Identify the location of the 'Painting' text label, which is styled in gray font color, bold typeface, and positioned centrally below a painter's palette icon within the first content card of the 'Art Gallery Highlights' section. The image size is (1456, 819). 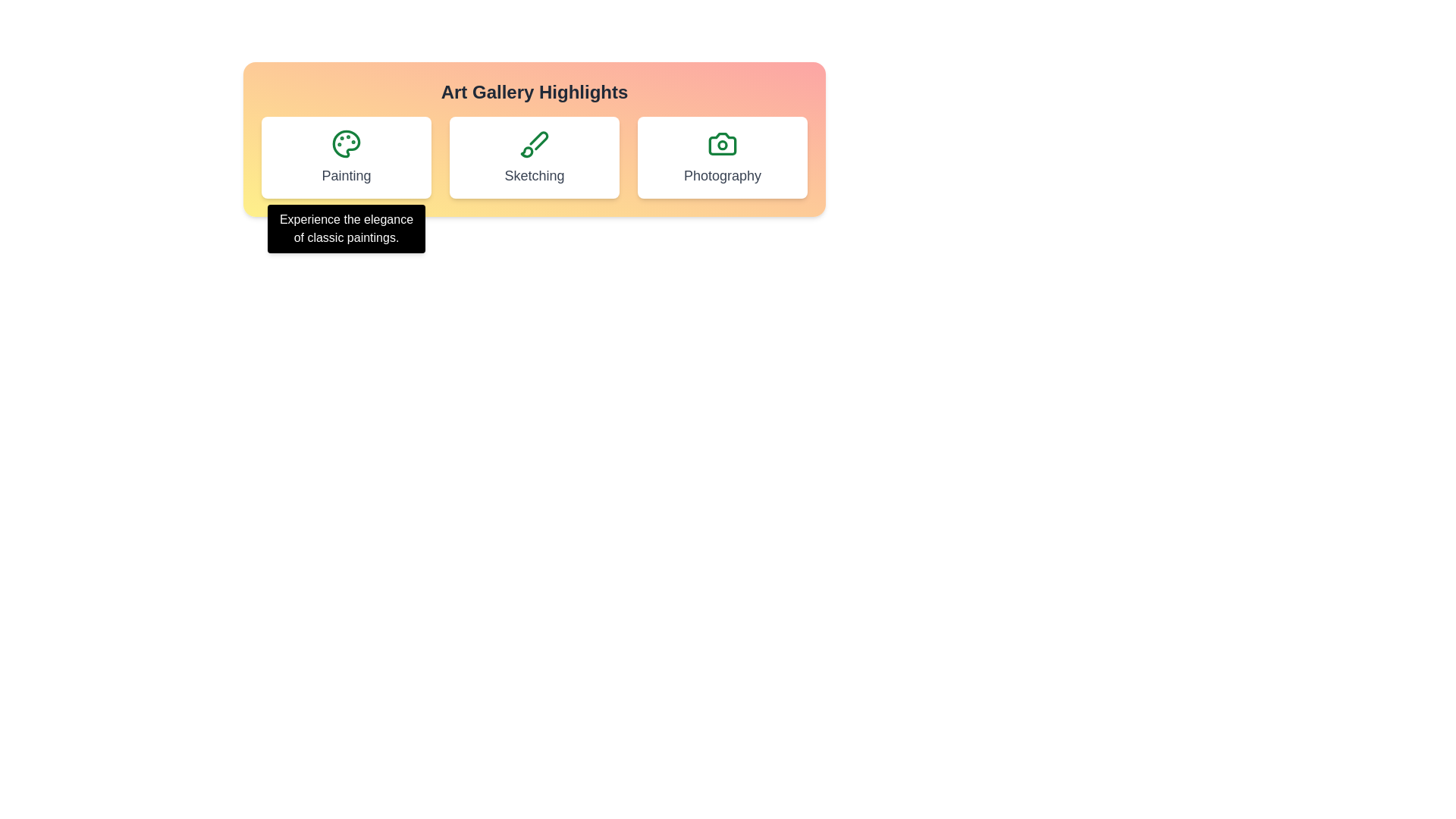
(345, 174).